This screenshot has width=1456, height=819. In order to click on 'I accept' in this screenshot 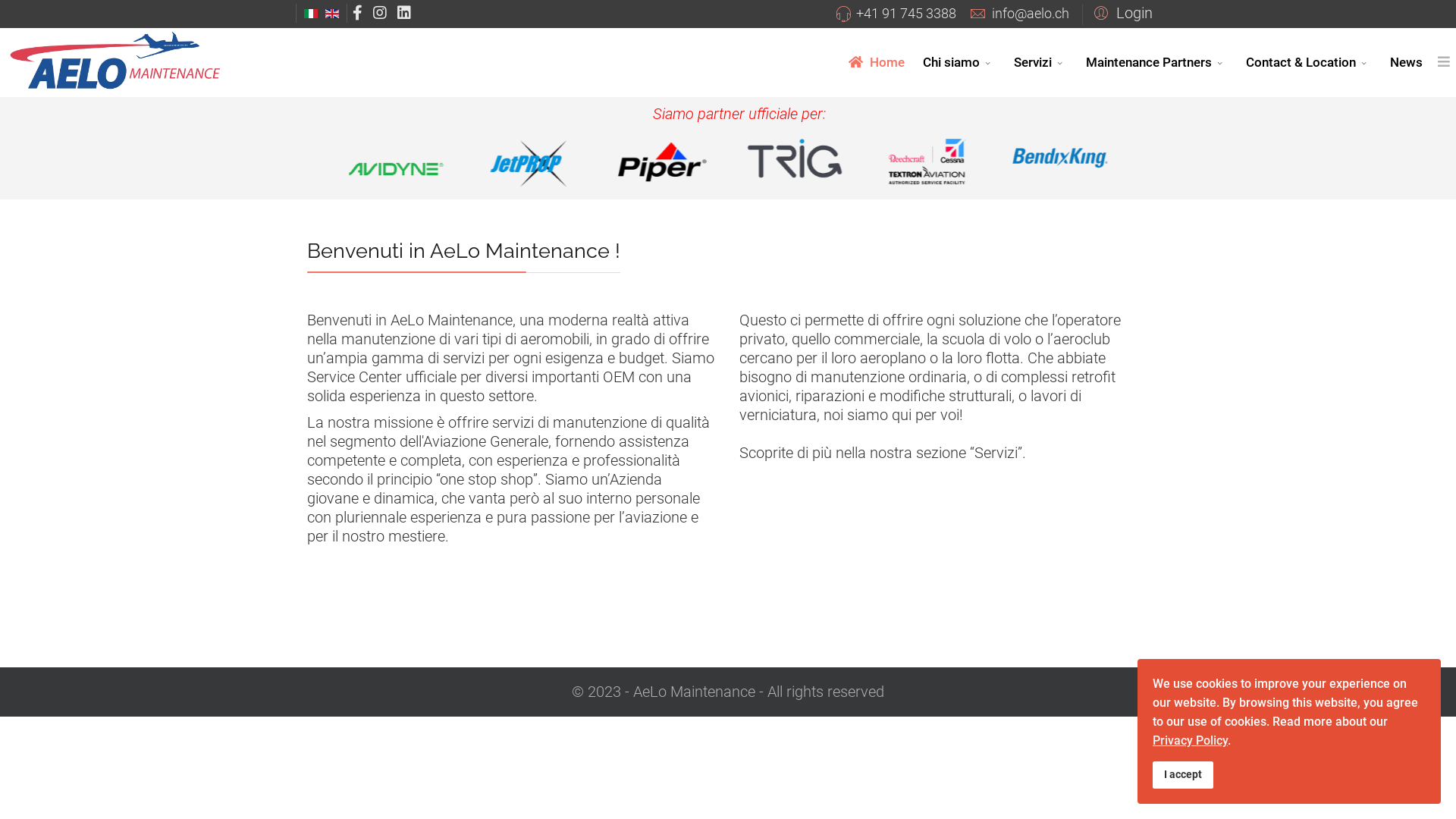, I will do `click(1182, 775)`.